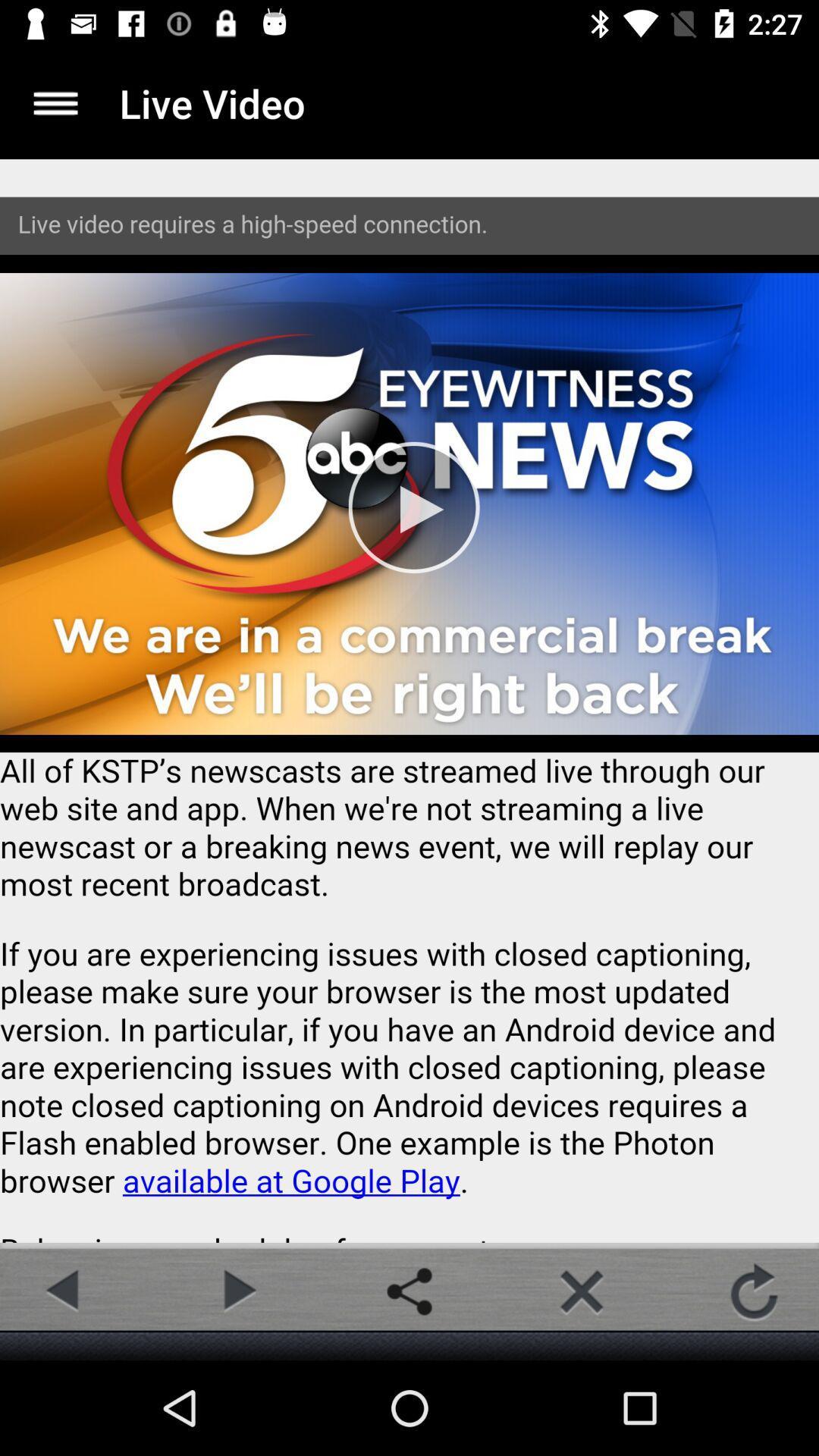  What do you see at coordinates (55, 102) in the screenshot?
I see `more` at bounding box center [55, 102].